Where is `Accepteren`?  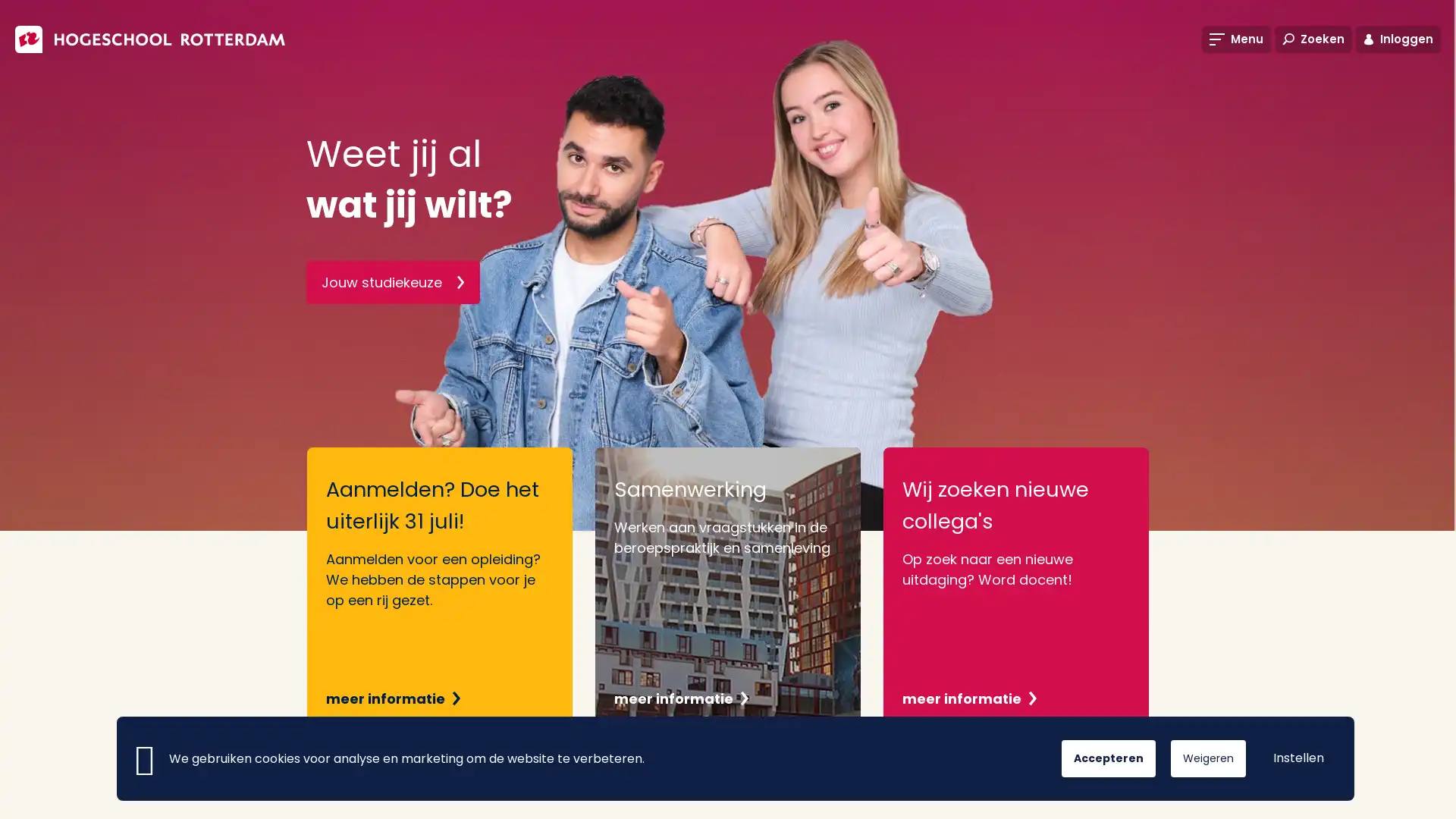
Accepteren is located at coordinates (1107, 758).